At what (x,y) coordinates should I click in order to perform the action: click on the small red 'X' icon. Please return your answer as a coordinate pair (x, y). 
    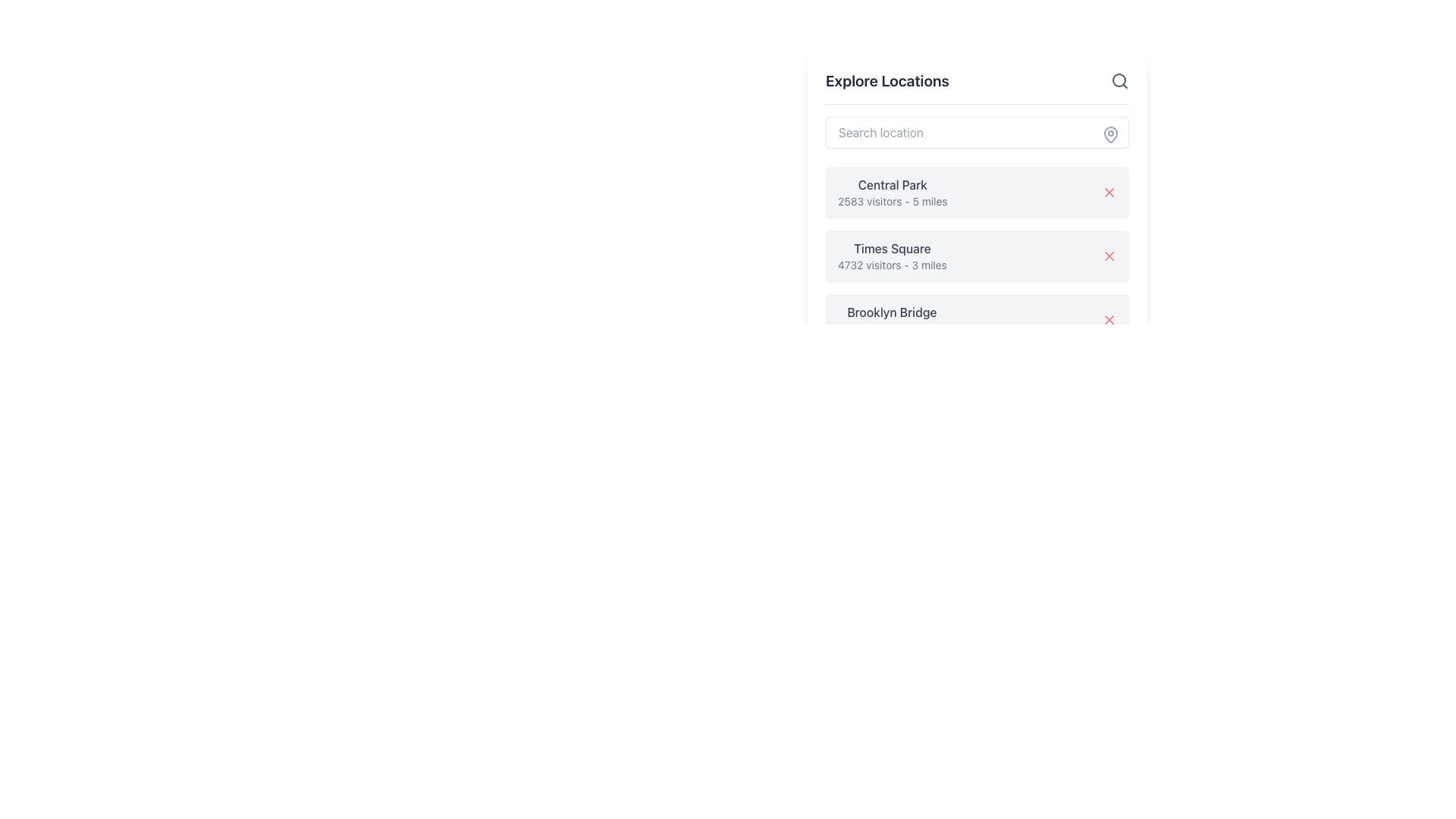
    Looking at the image, I should click on (1109, 256).